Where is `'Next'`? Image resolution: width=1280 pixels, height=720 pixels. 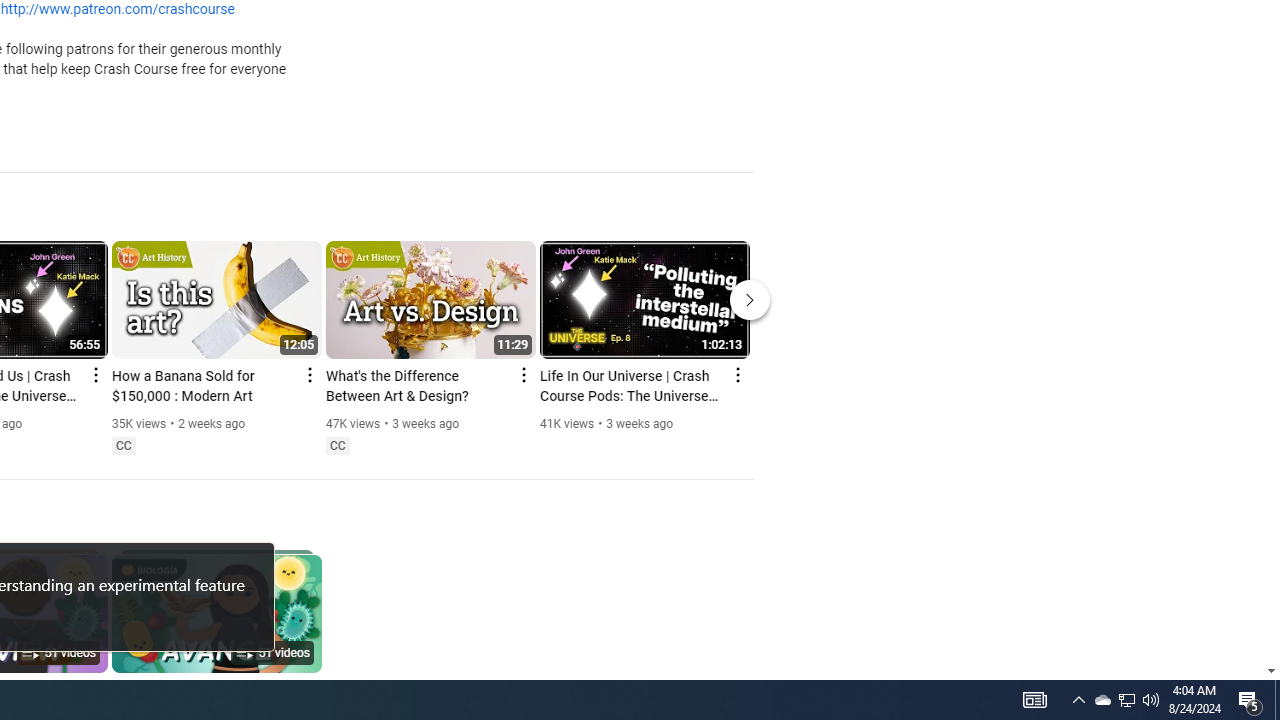
'Next' is located at coordinates (749, 299).